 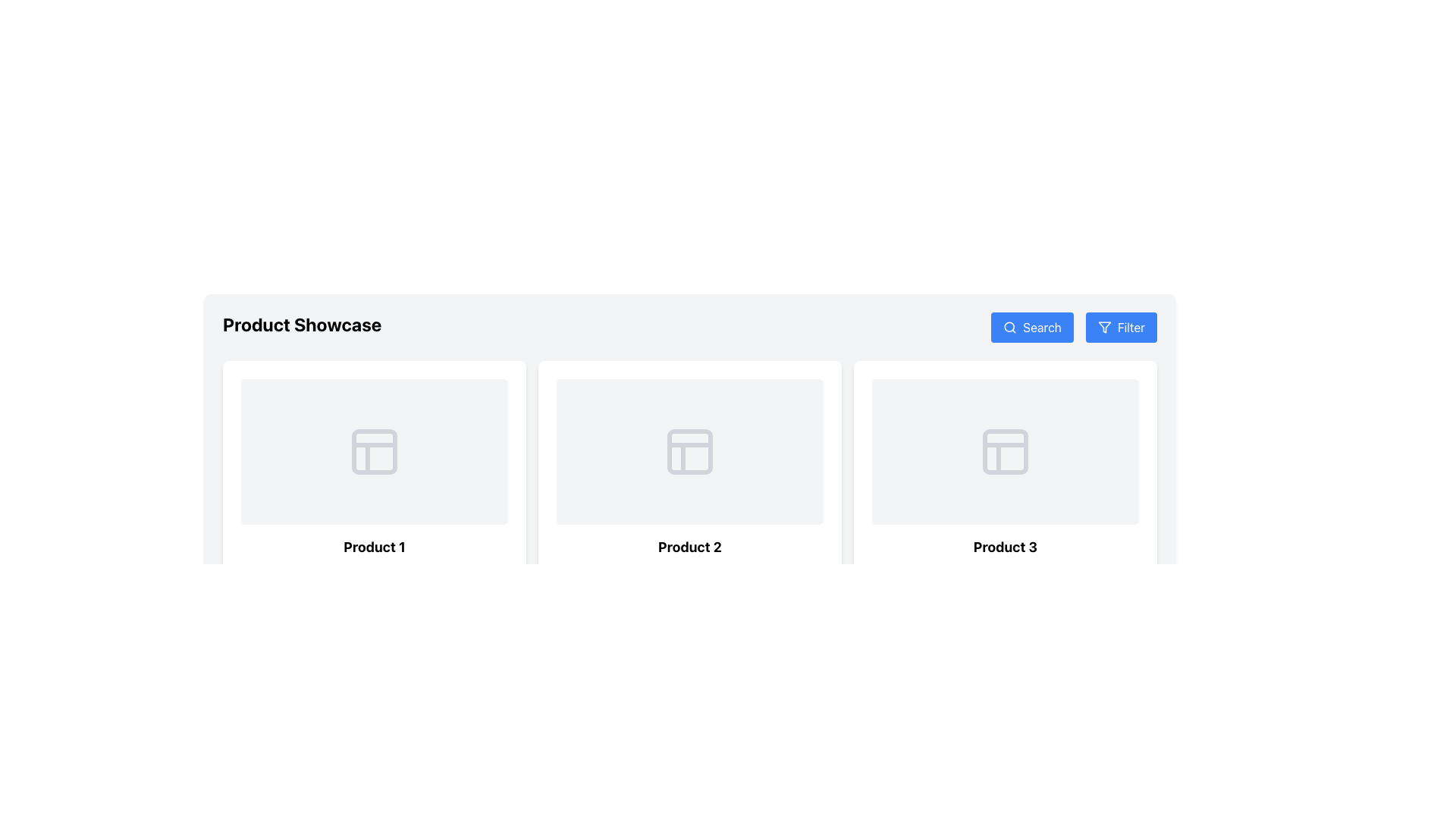 What do you see at coordinates (689, 451) in the screenshot?
I see `the visual representation of the square-shaped icon with a grid-like design, located in the center of the card labeled 'Product 2' in a three-card layout` at bounding box center [689, 451].